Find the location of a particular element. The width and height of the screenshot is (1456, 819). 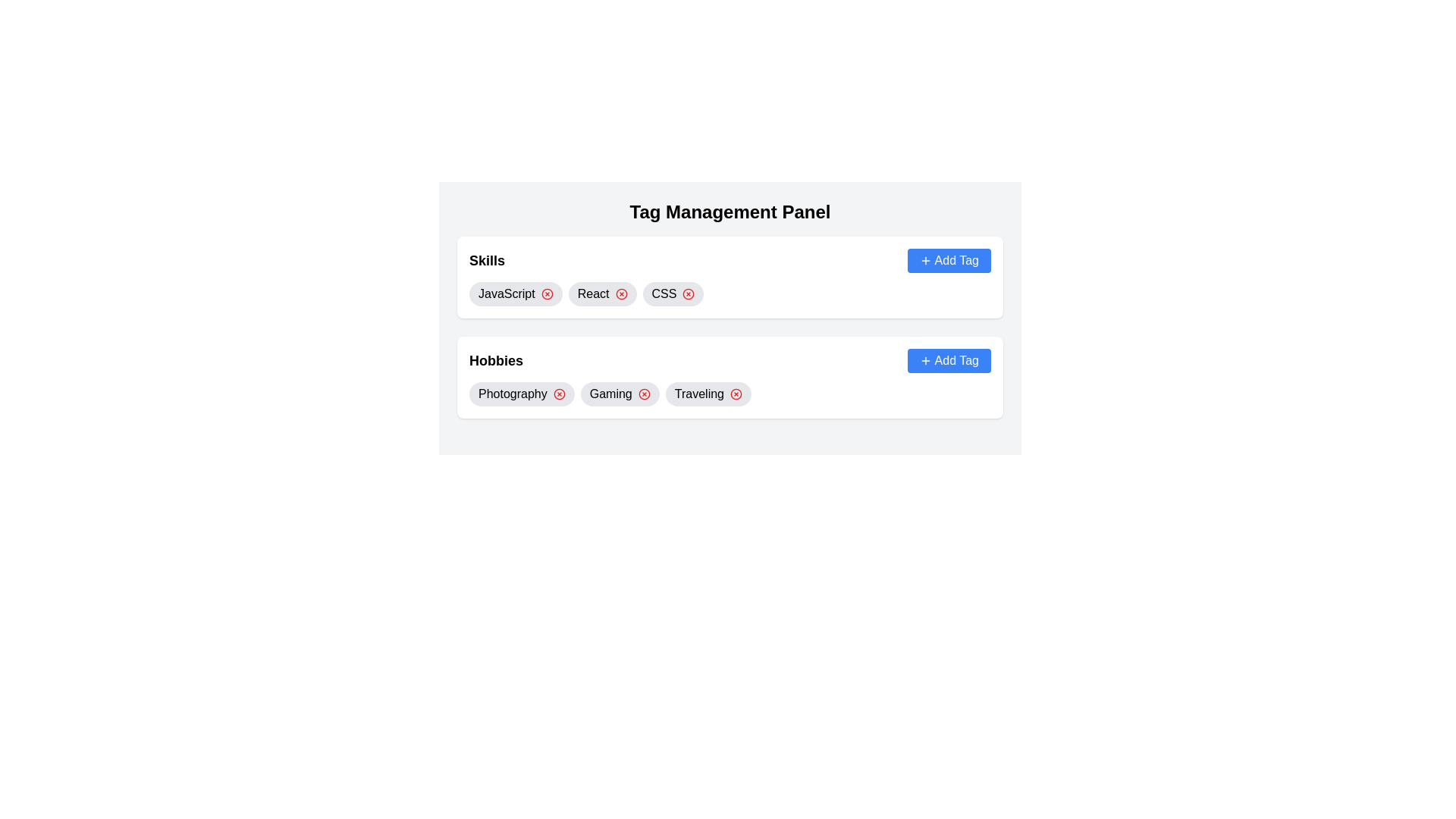

the small circular red button with an 'X' icon located to the right of the 'JavaScript' text in the 'Skills' section to observe a color change is located at coordinates (546, 294).